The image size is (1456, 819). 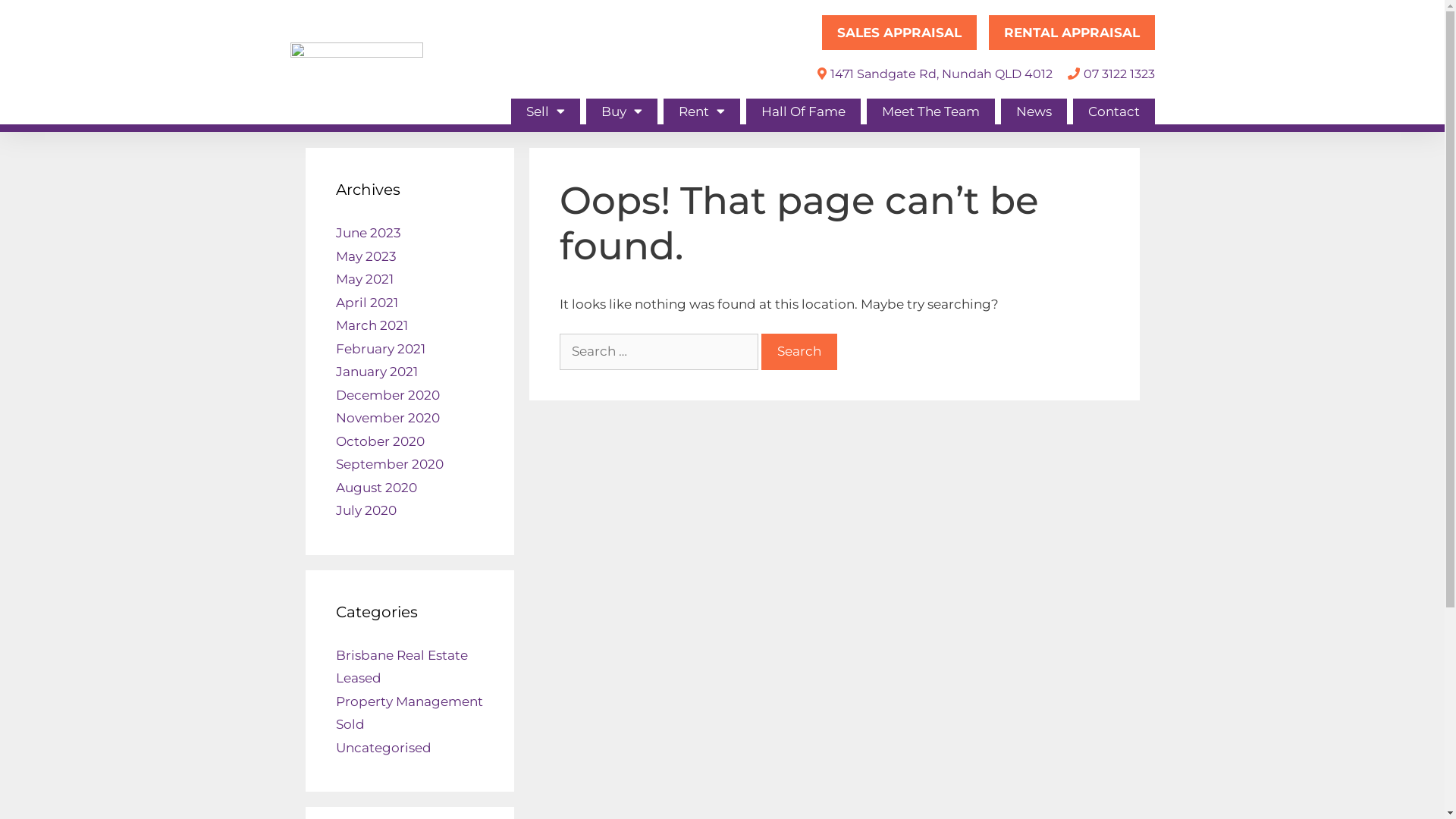 What do you see at coordinates (1109, 74) in the screenshot?
I see `'07 3122 1323'` at bounding box center [1109, 74].